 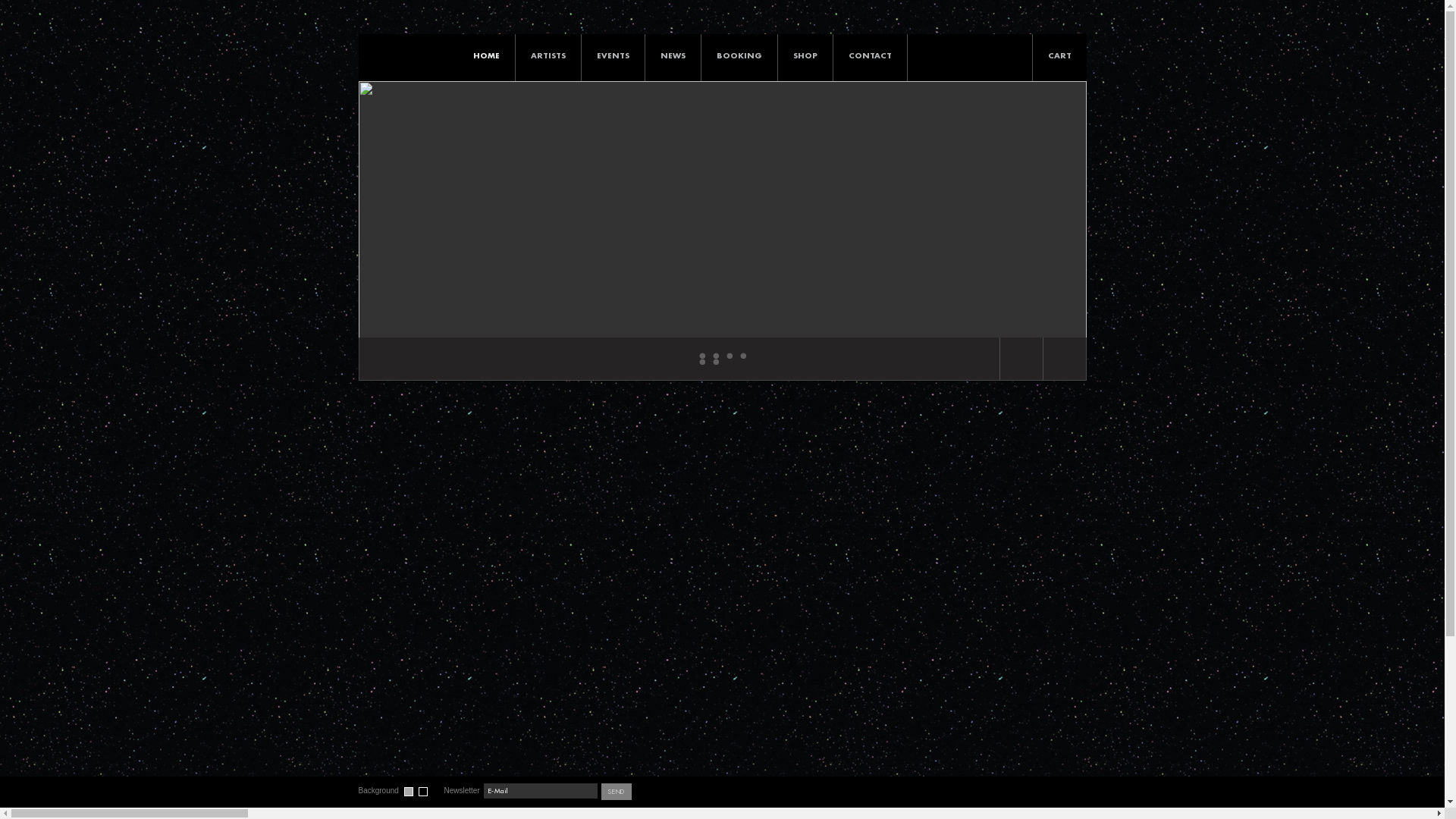 I want to click on 'SHOP', so click(x=804, y=55).